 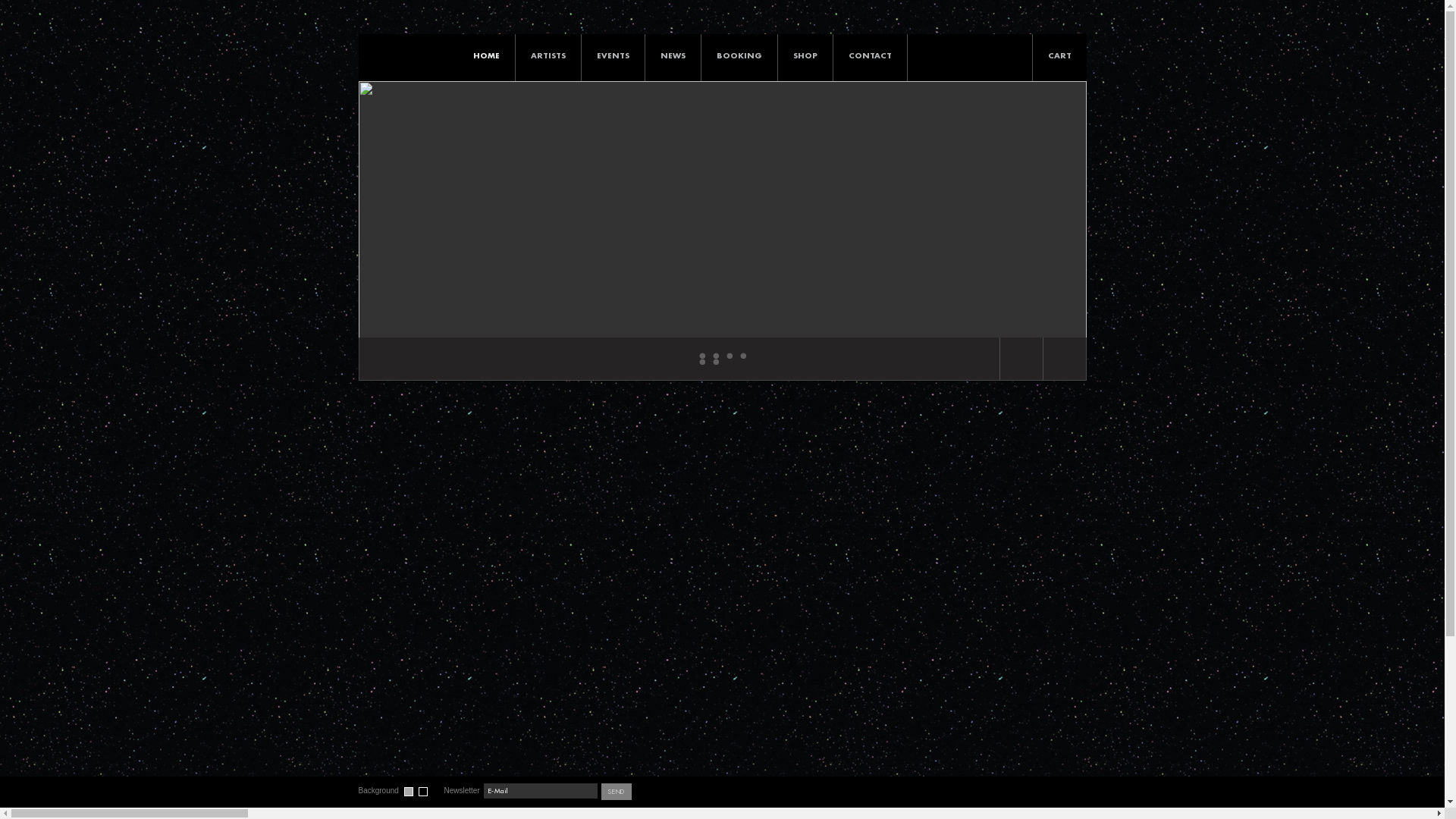 I want to click on 'SHOP', so click(x=804, y=55).